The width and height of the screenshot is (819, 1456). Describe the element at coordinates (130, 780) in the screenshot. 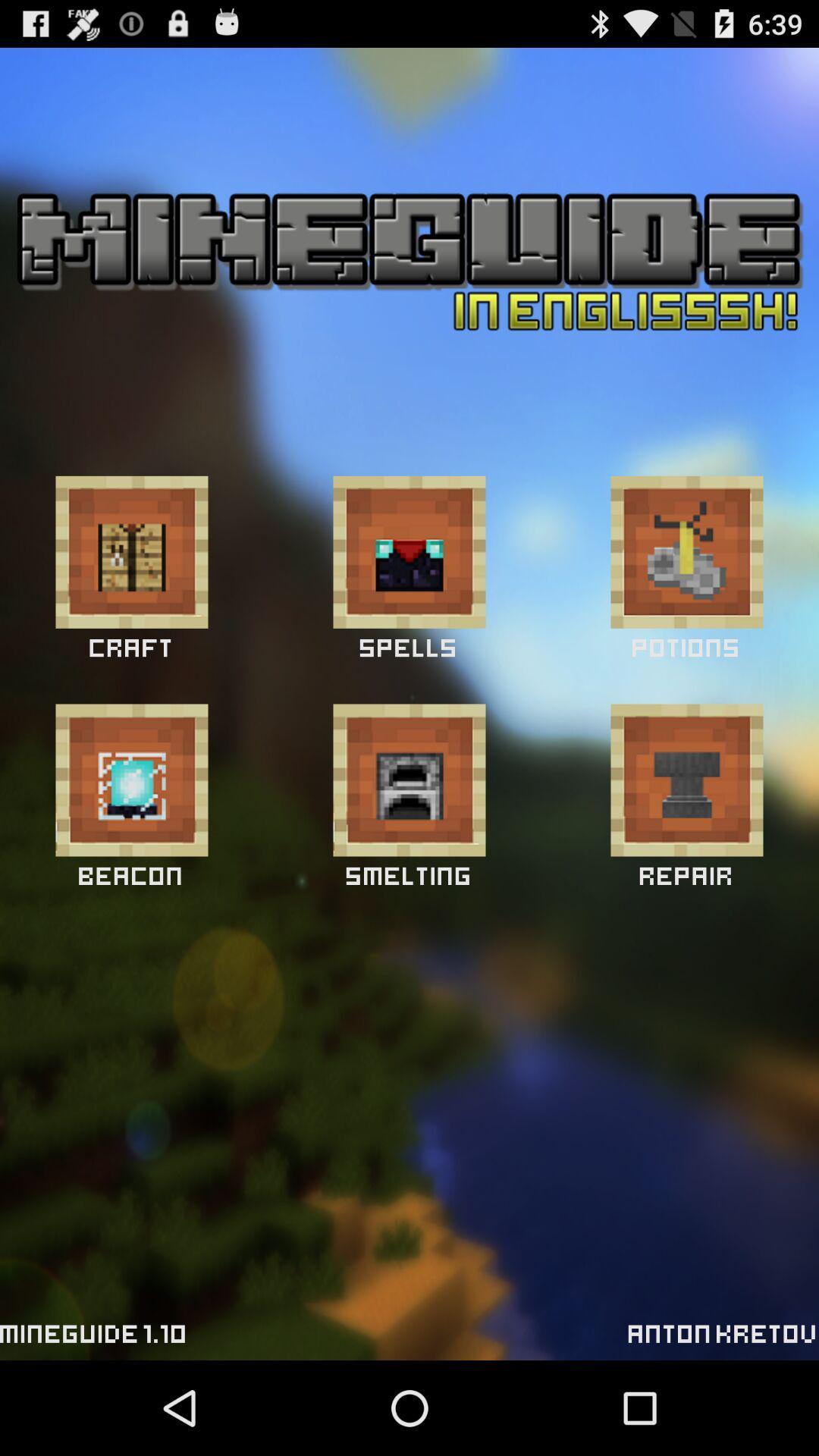

I see `open beacon menu item` at that location.